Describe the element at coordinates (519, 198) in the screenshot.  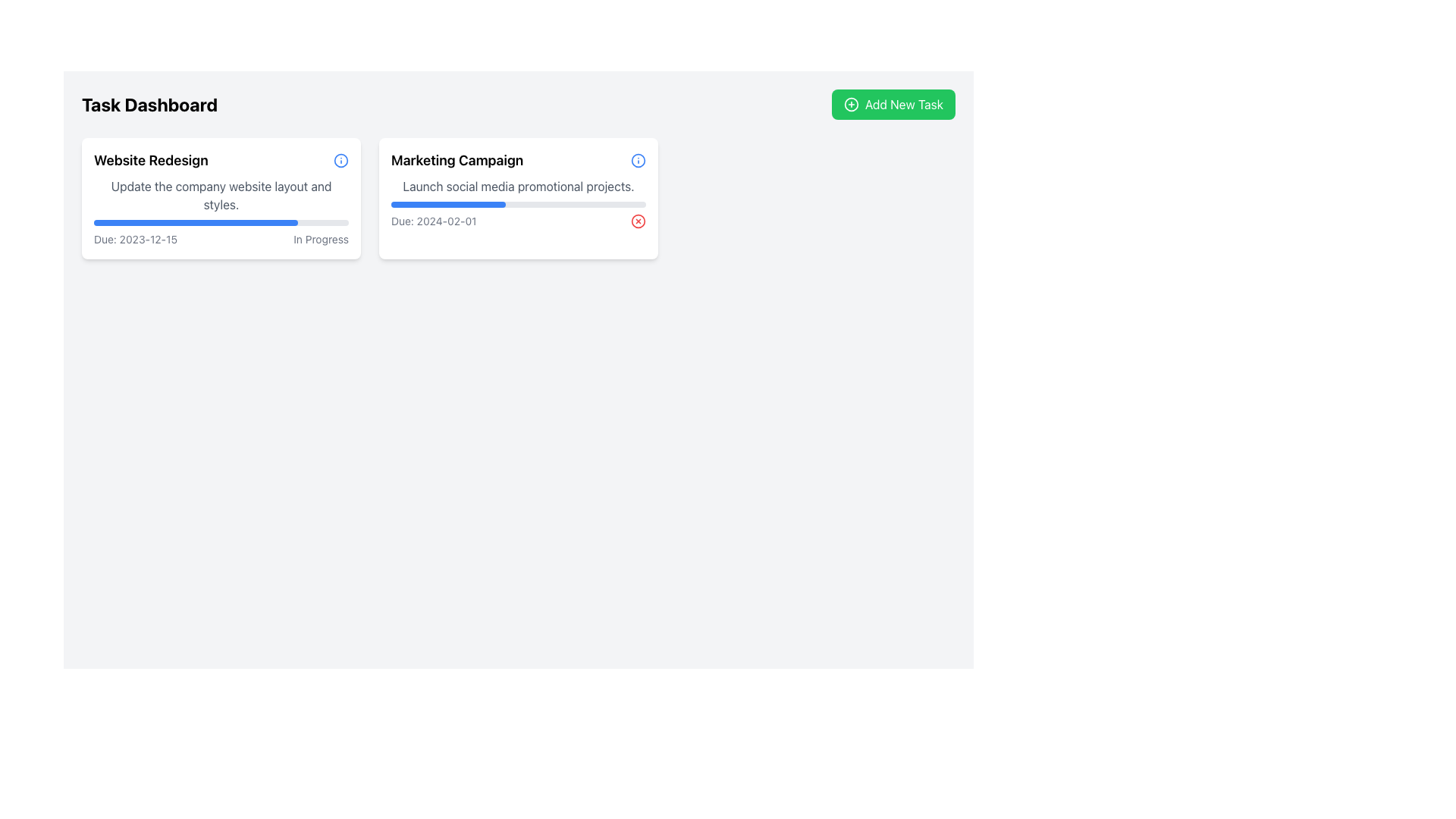
I see `the second task card in the grid layout to see task details` at that location.